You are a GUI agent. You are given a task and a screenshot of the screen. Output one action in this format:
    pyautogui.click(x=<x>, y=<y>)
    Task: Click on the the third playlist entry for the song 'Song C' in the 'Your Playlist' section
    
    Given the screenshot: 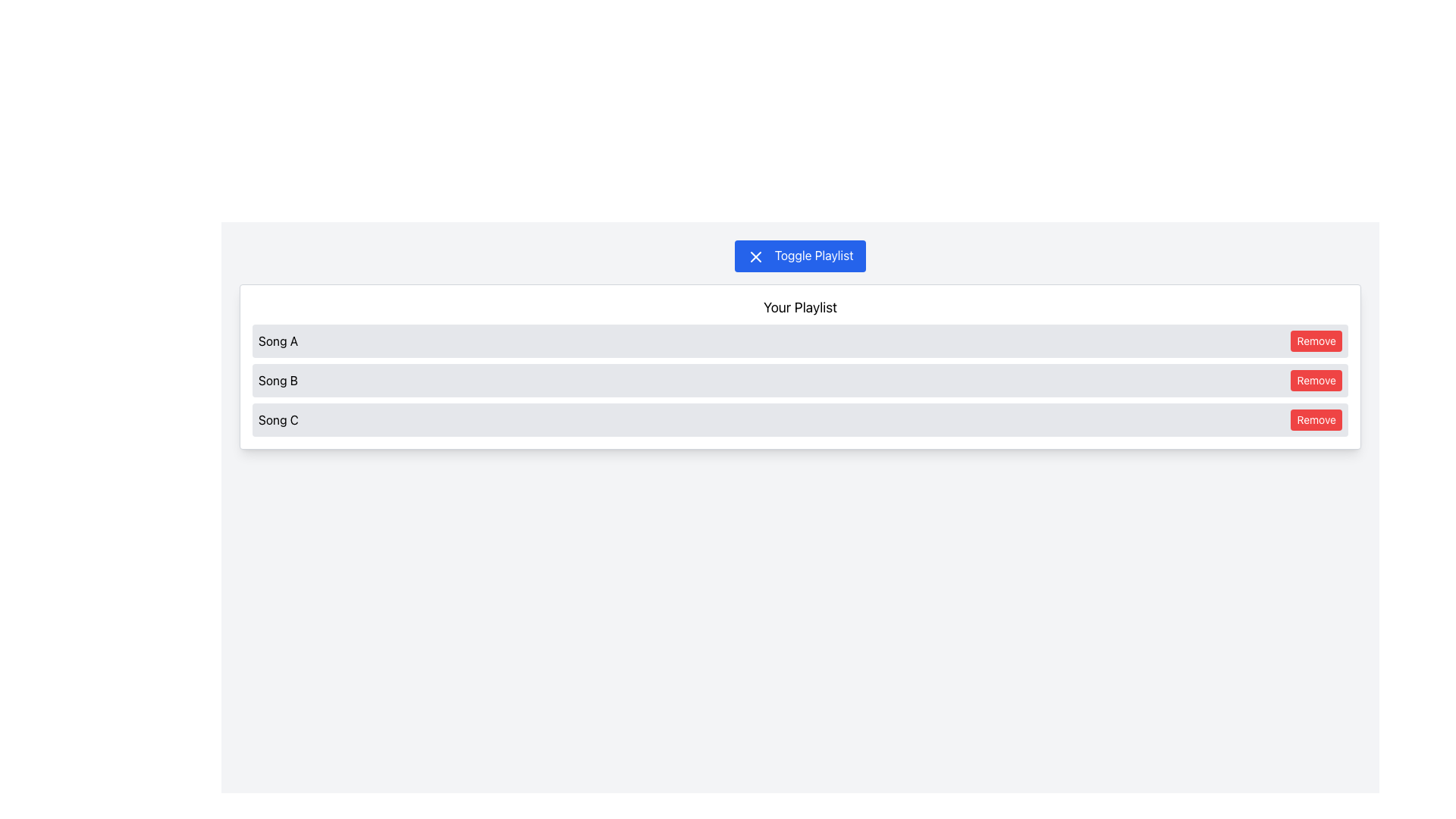 What is the action you would take?
    pyautogui.click(x=799, y=419)
    